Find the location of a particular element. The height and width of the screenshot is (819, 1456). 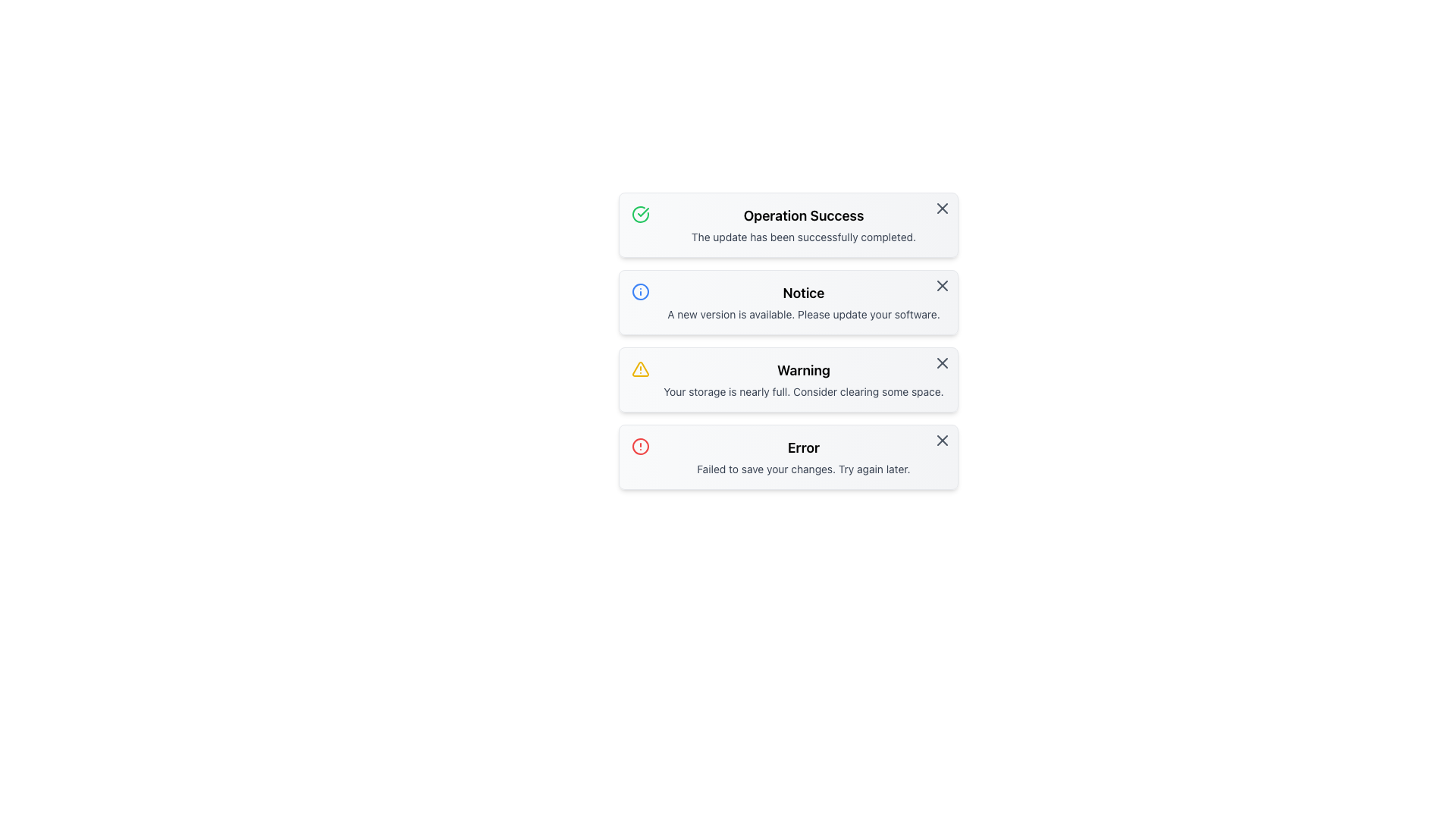

the Text label that serves as a title for the notification box, which is located in the second row of a vertically stacked list of notification cards, positioned above the text 'A new version is available. Please update your software.' is located at coordinates (803, 293).